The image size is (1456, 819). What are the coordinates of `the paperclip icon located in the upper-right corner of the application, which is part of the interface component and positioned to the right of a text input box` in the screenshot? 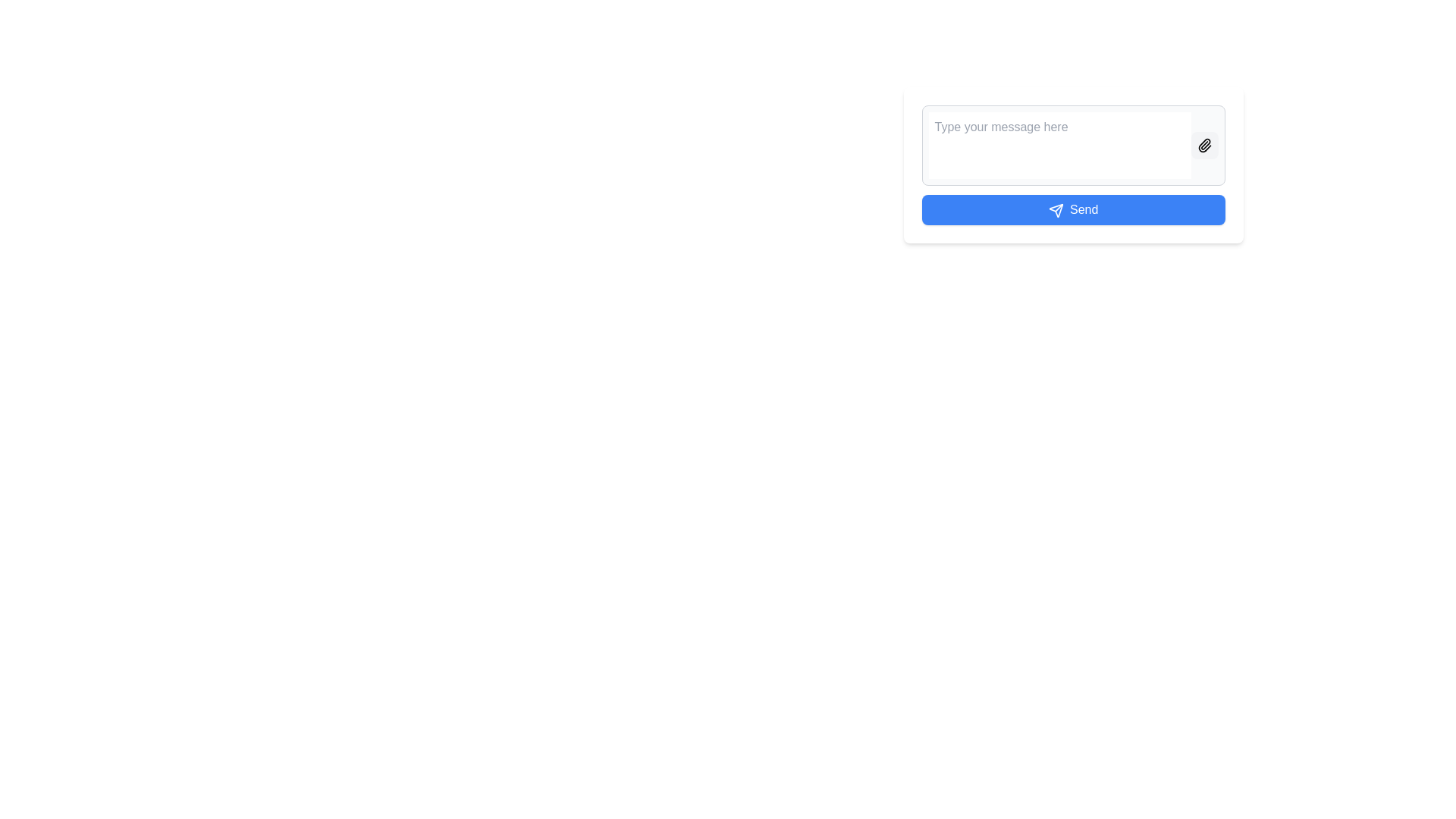 It's located at (1203, 146).